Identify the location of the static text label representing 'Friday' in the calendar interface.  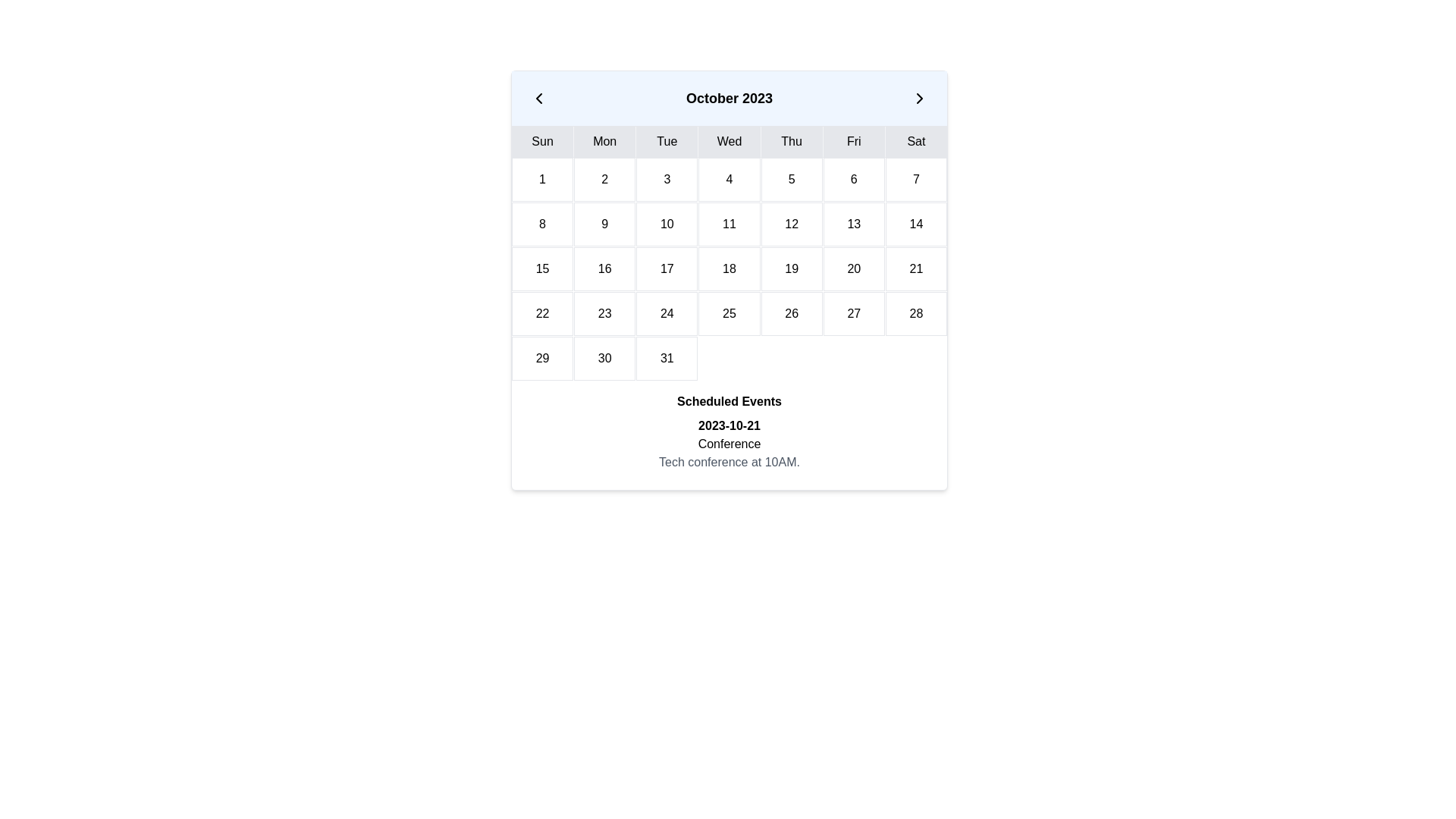
(854, 141).